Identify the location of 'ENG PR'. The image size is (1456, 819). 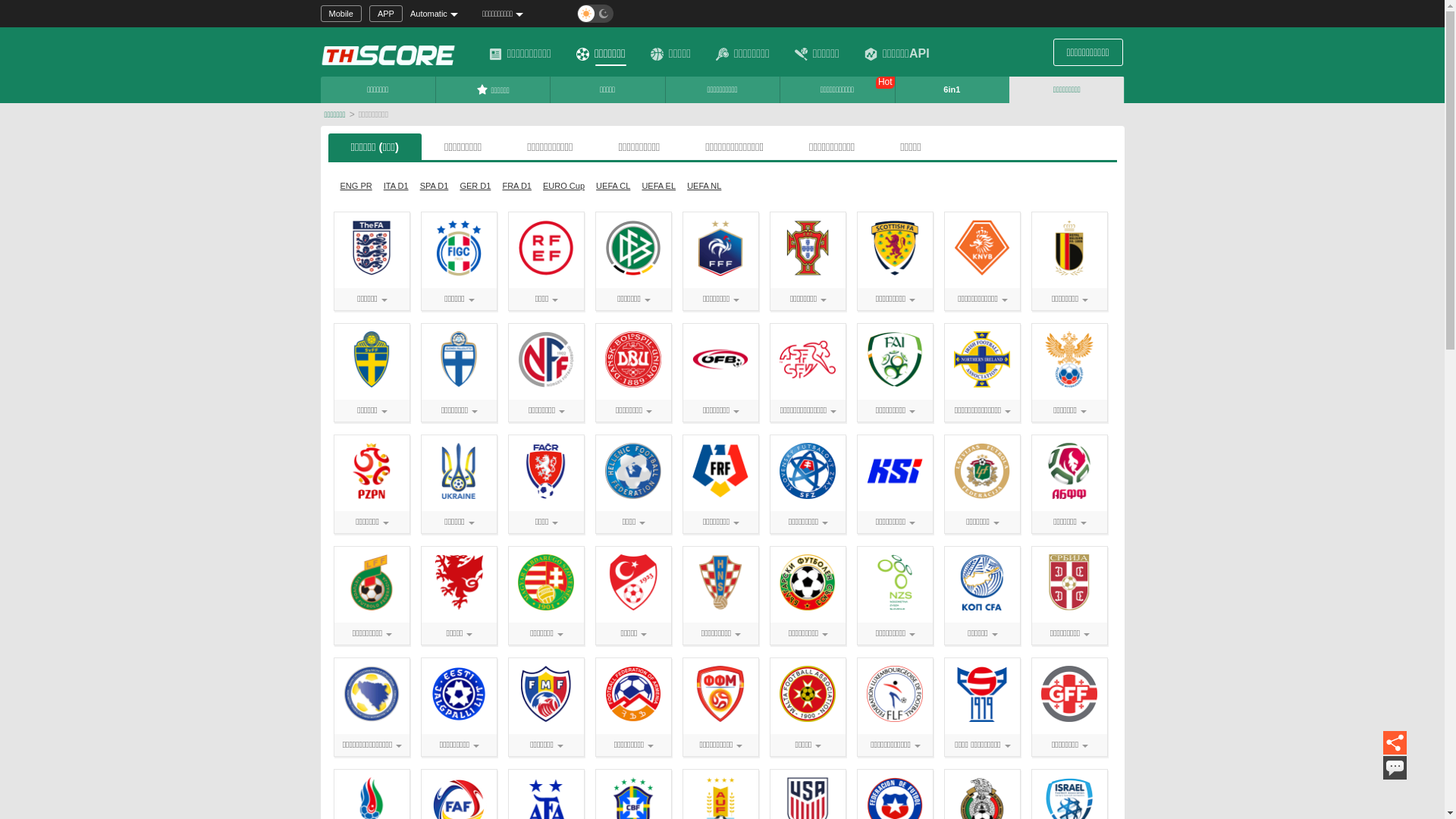
(334, 185).